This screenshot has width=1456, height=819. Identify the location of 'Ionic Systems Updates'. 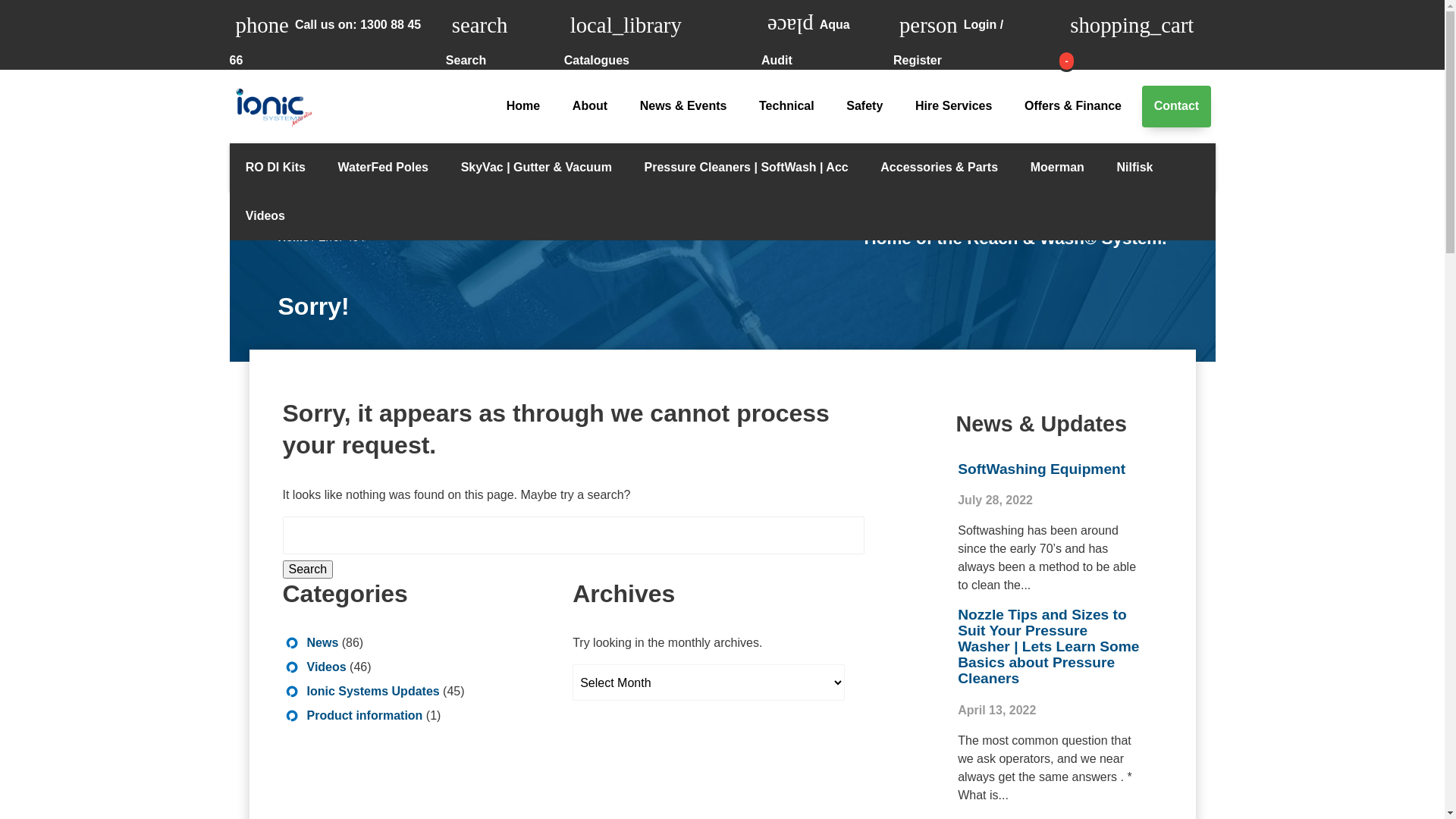
(372, 691).